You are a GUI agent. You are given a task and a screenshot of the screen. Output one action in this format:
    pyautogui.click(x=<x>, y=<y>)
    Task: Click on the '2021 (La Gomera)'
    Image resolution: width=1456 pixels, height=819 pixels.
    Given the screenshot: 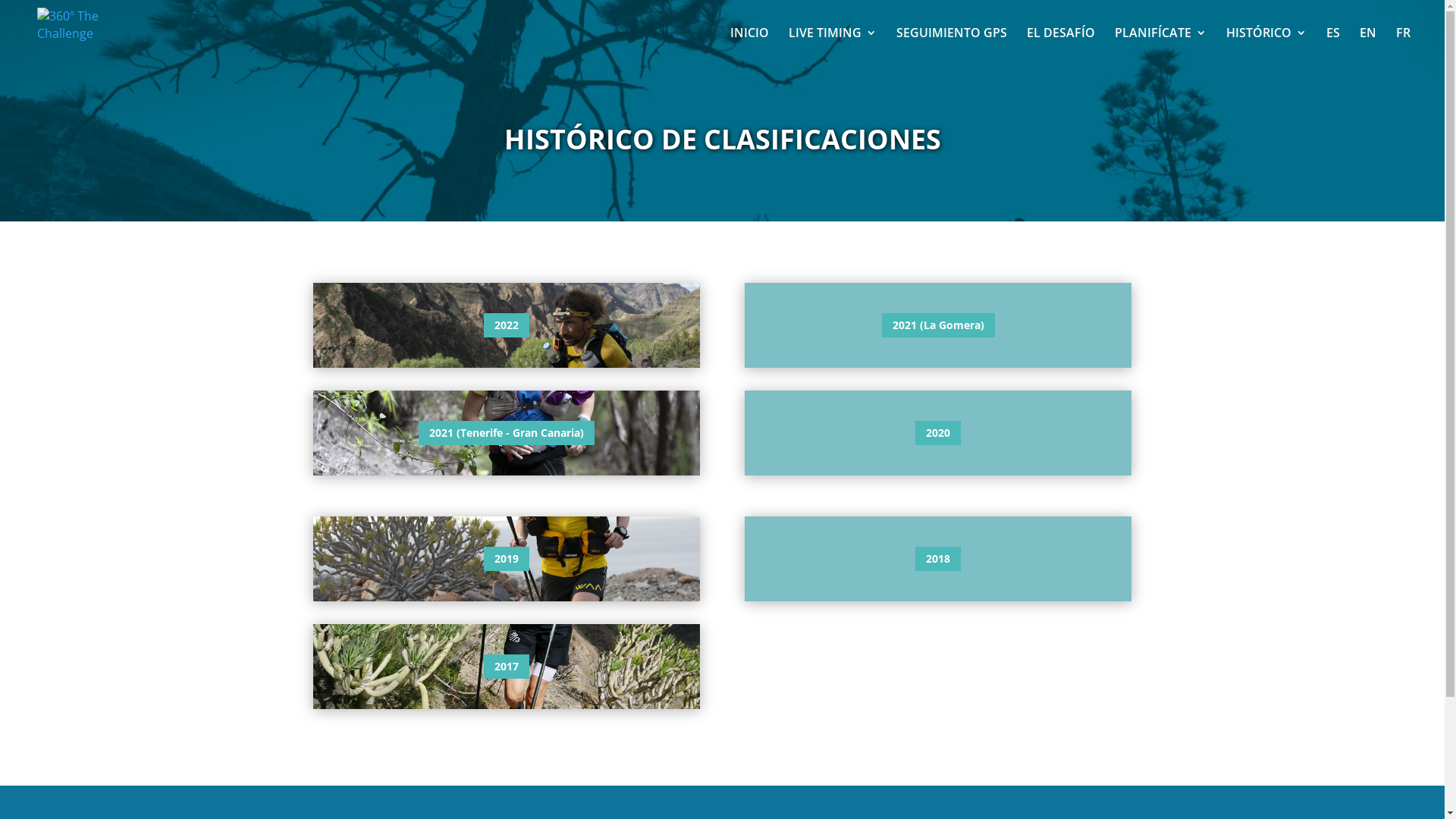 What is the action you would take?
    pyautogui.click(x=937, y=324)
    